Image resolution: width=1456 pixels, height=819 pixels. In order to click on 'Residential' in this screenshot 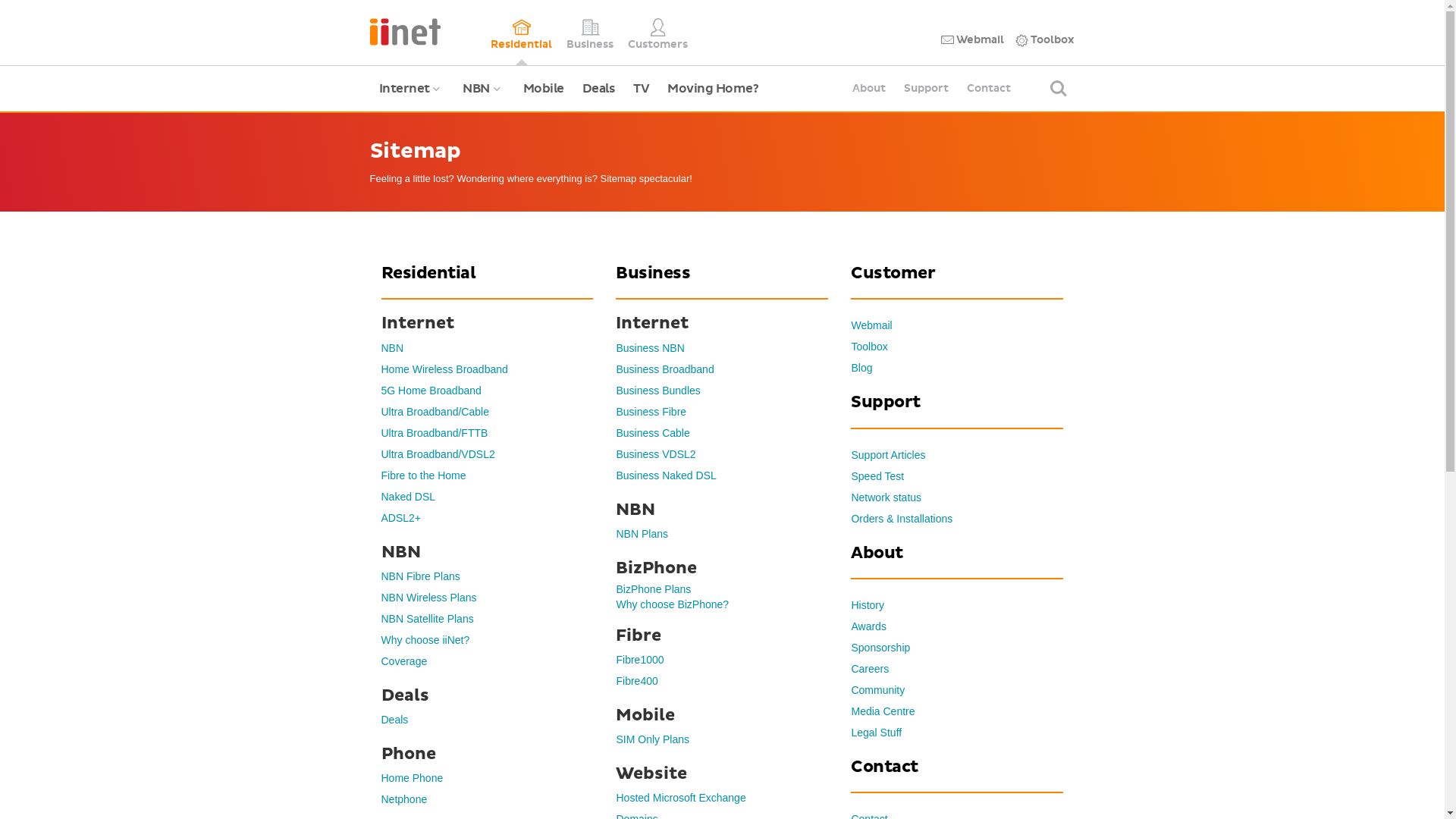, I will do `click(521, 32)`.